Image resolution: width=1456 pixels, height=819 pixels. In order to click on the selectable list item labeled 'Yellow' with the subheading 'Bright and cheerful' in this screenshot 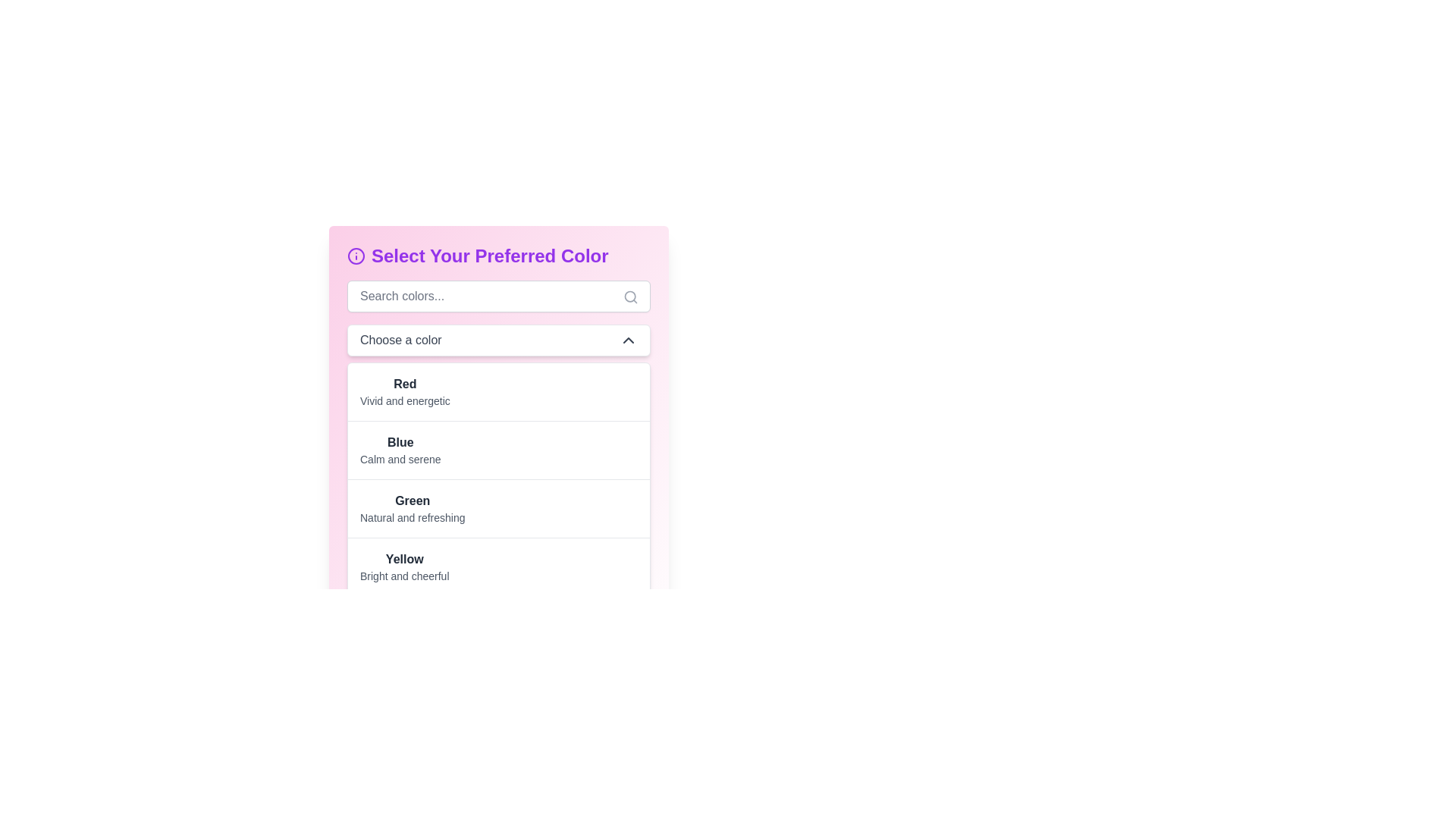, I will do `click(498, 566)`.